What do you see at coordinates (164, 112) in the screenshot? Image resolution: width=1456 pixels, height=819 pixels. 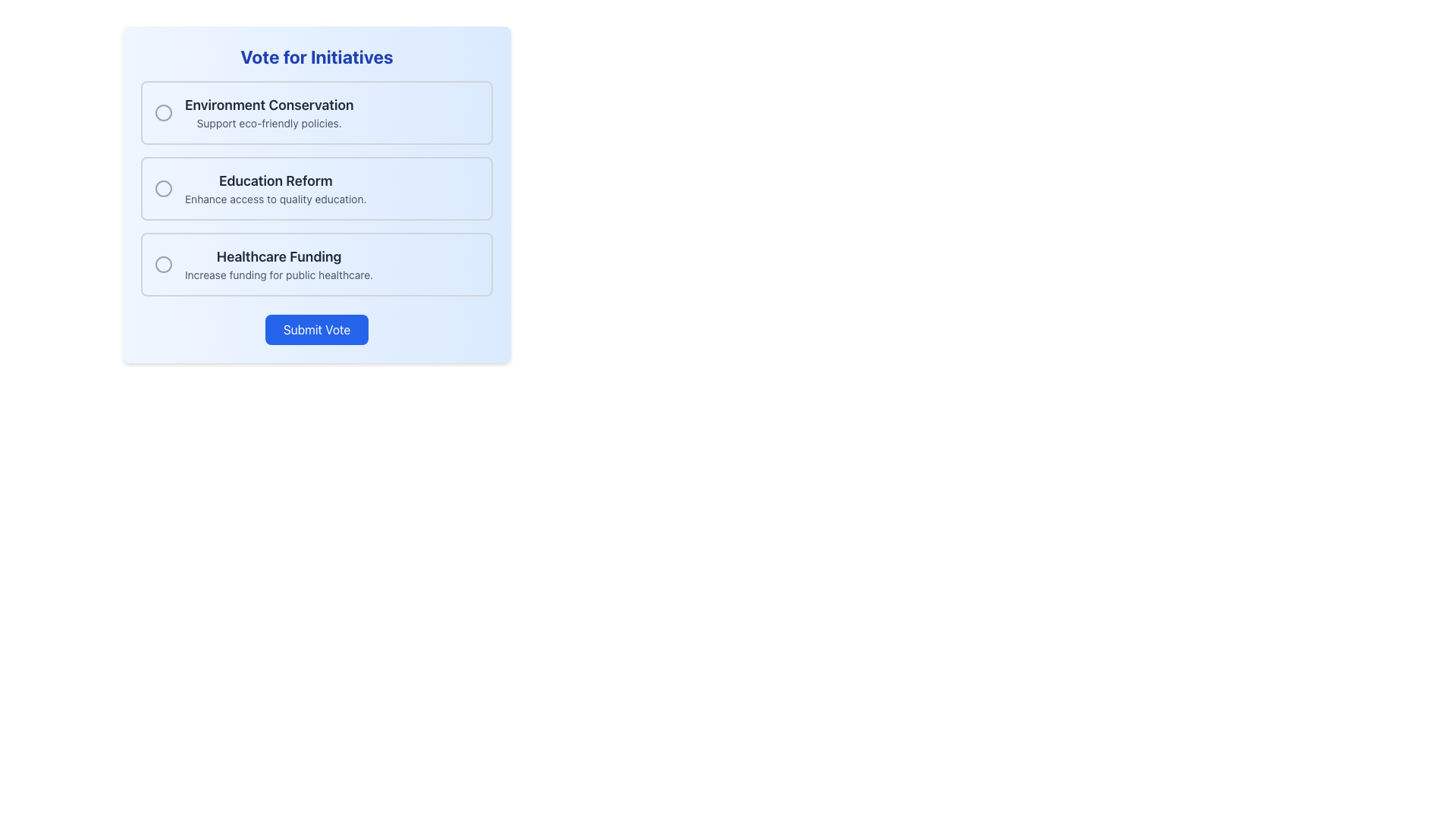 I see `the radio button located to the left of the text 'Environment Conservation' in the uppermost position of the vertical list` at bounding box center [164, 112].